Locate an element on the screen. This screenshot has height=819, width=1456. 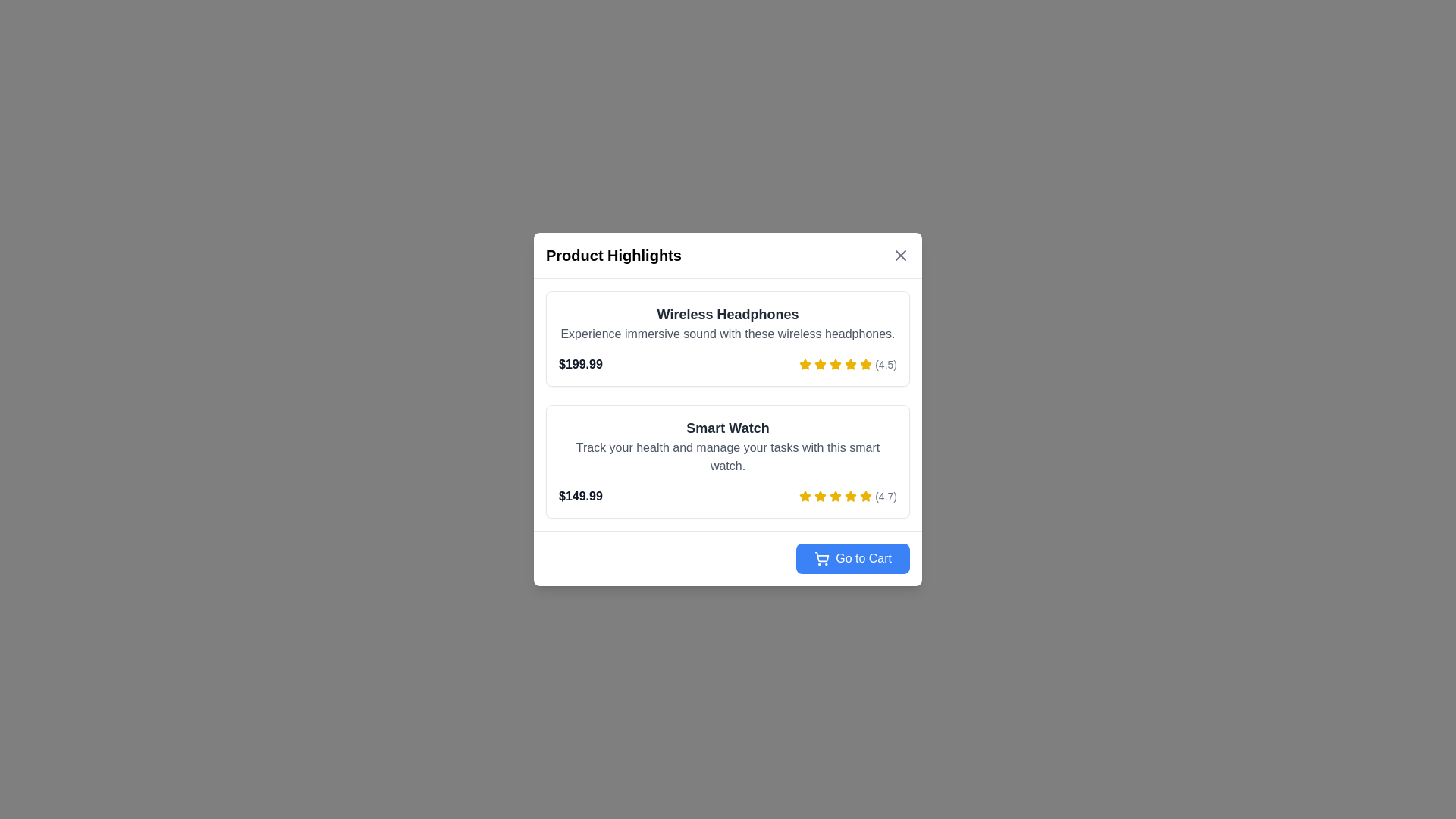
the yellow star icon, which is the fifth in a sequence of six star icons, as a rating indicator for 'Smart Watch' is located at coordinates (851, 497).